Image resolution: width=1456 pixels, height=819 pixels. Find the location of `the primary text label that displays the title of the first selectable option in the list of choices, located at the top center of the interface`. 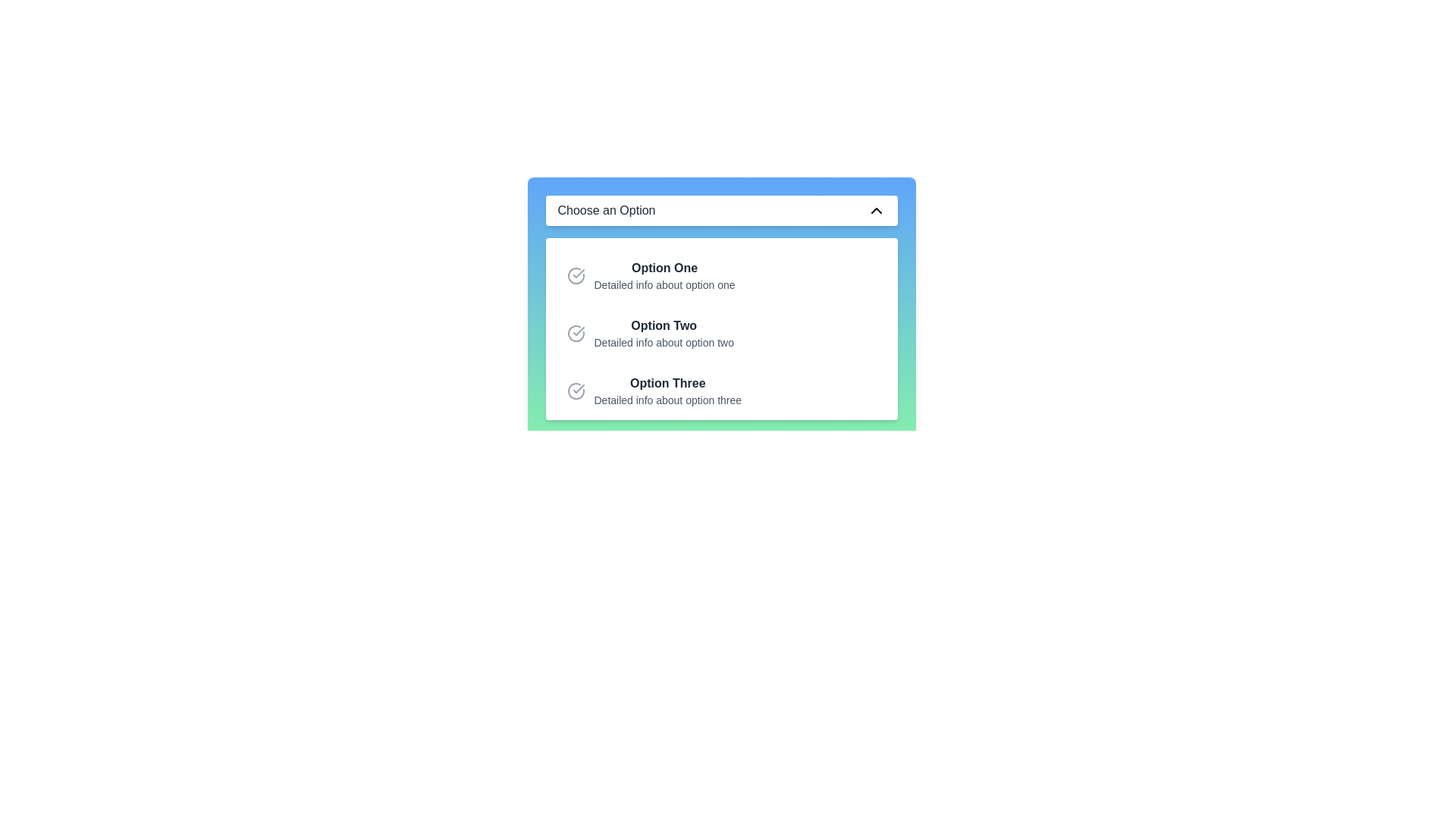

the primary text label that displays the title of the first selectable option in the list of choices, located at the top center of the interface is located at coordinates (664, 268).